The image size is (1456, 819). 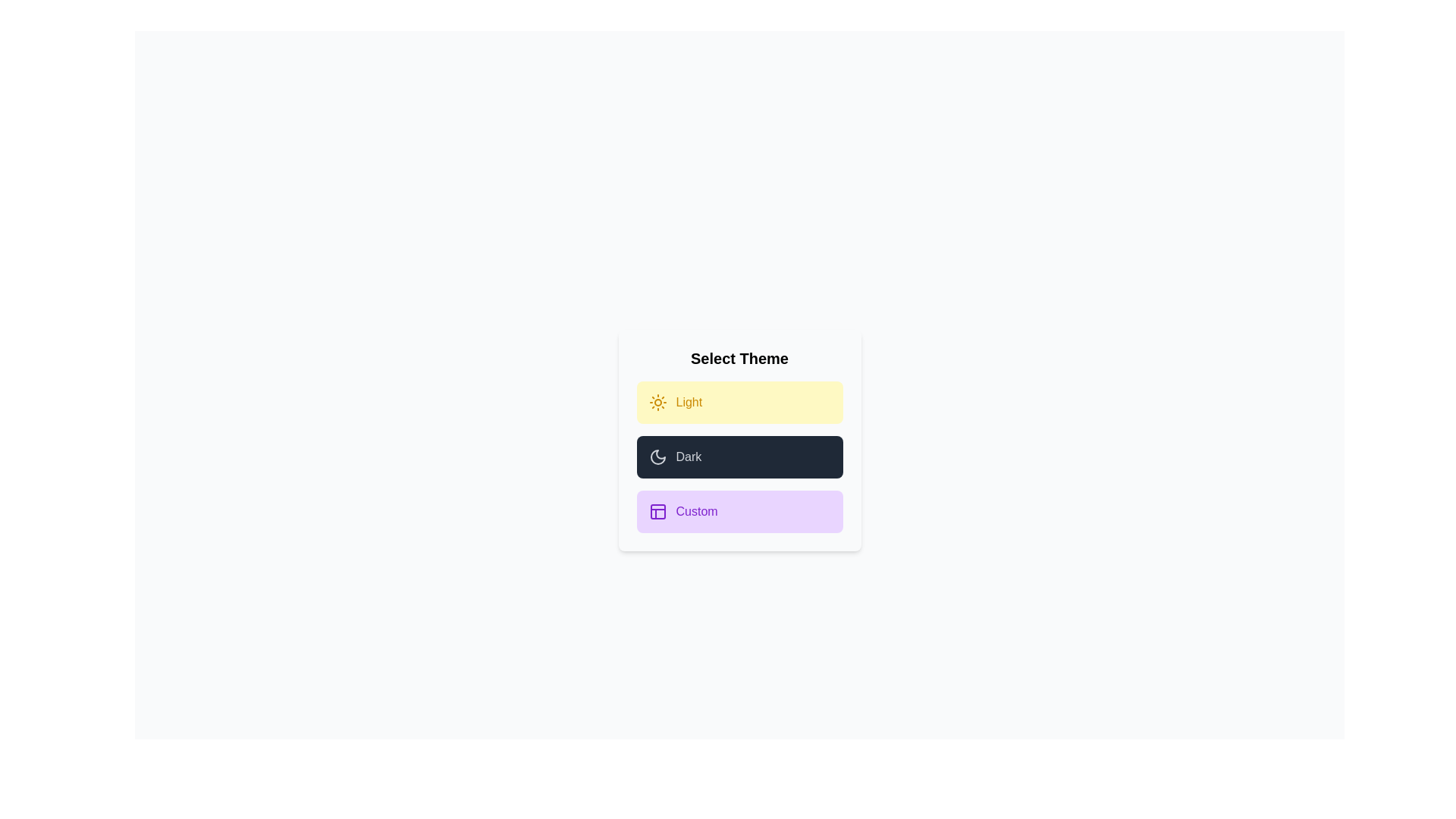 I want to click on the crescent moon icon located inside the dark-themed option of the theme selection interface, which is near the label 'Dark', so click(x=657, y=456).